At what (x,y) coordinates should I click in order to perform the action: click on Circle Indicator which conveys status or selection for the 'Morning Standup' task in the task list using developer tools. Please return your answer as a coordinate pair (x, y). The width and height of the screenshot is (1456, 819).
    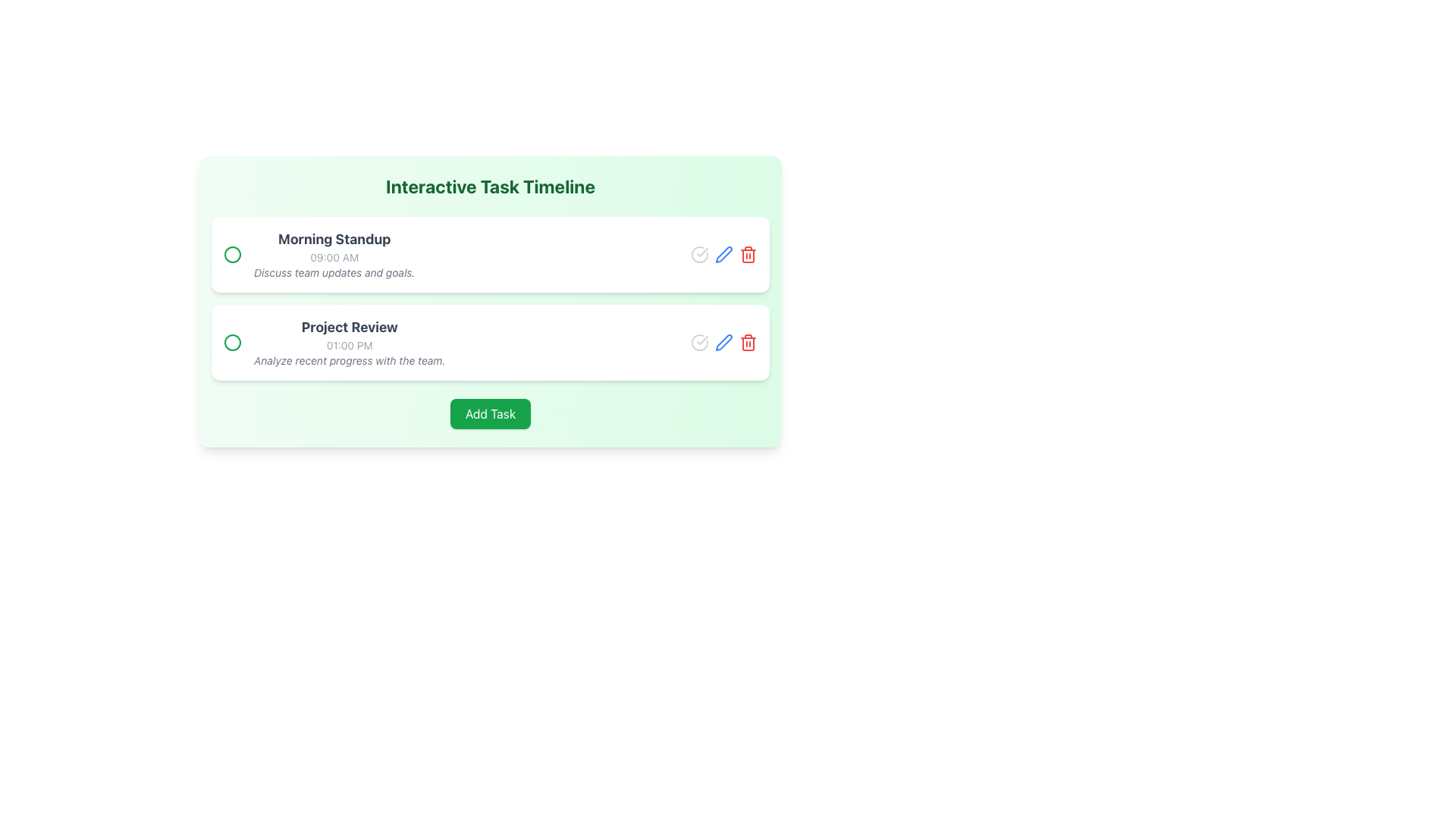
    Looking at the image, I should click on (232, 342).